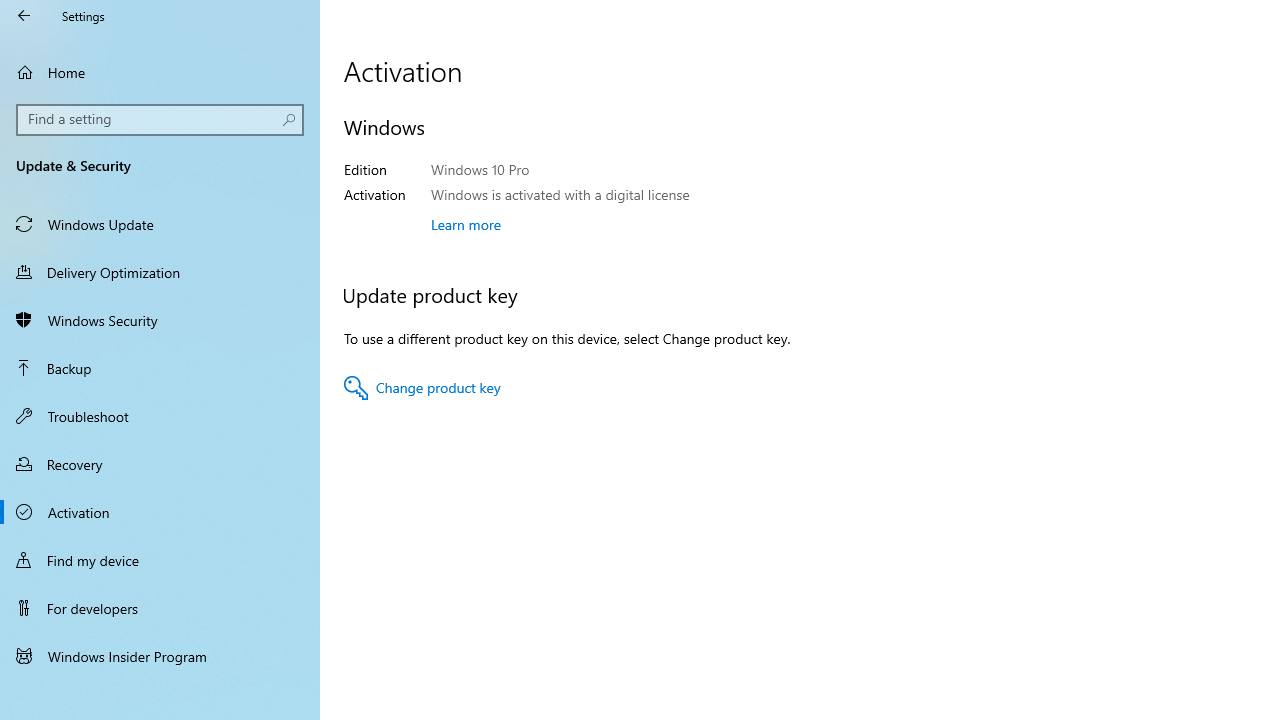 The height and width of the screenshot is (720, 1280). Describe the element at coordinates (160, 607) in the screenshot. I see `'For developers'` at that location.